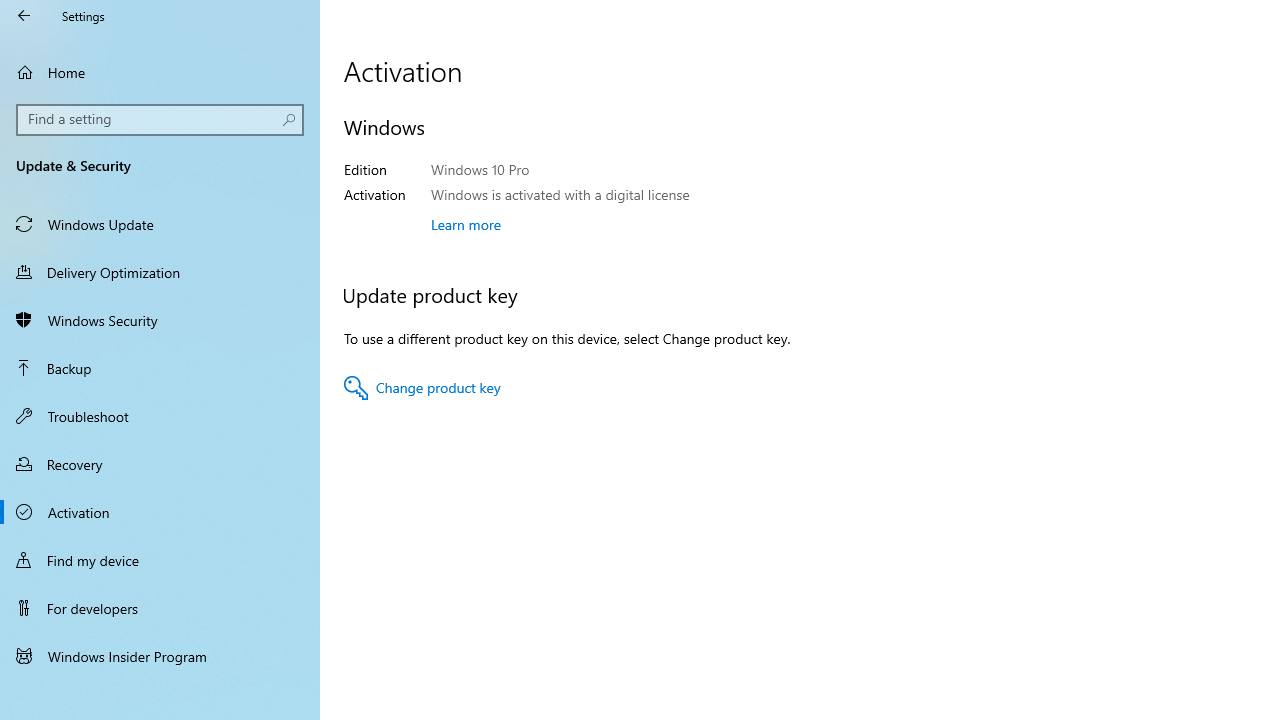 The height and width of the screenshot is (720, 1280). Describe the element at coordinates (160, 607) in the screenshot. I see `'For developers'` at that location.